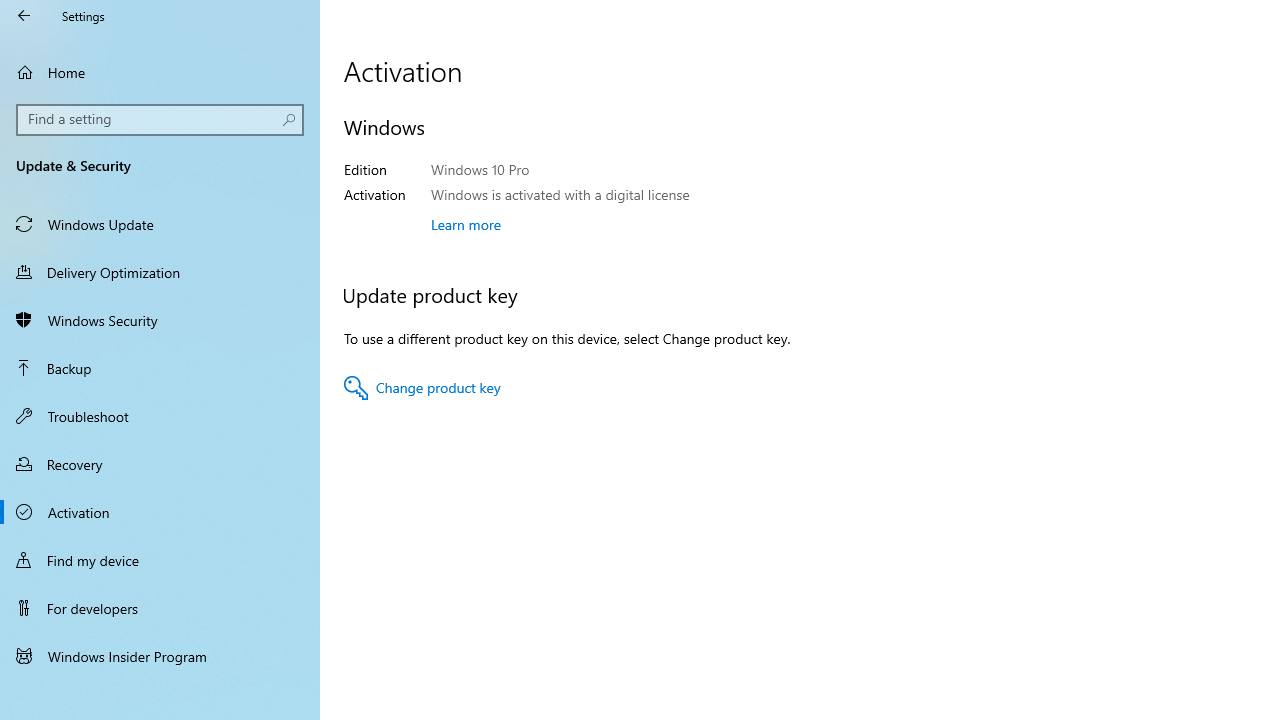 The height and width of the screenshot is (720, 1280). Describe the element at coordinates (160, 607) in the screenshot. I see `'For developers'` at that location.